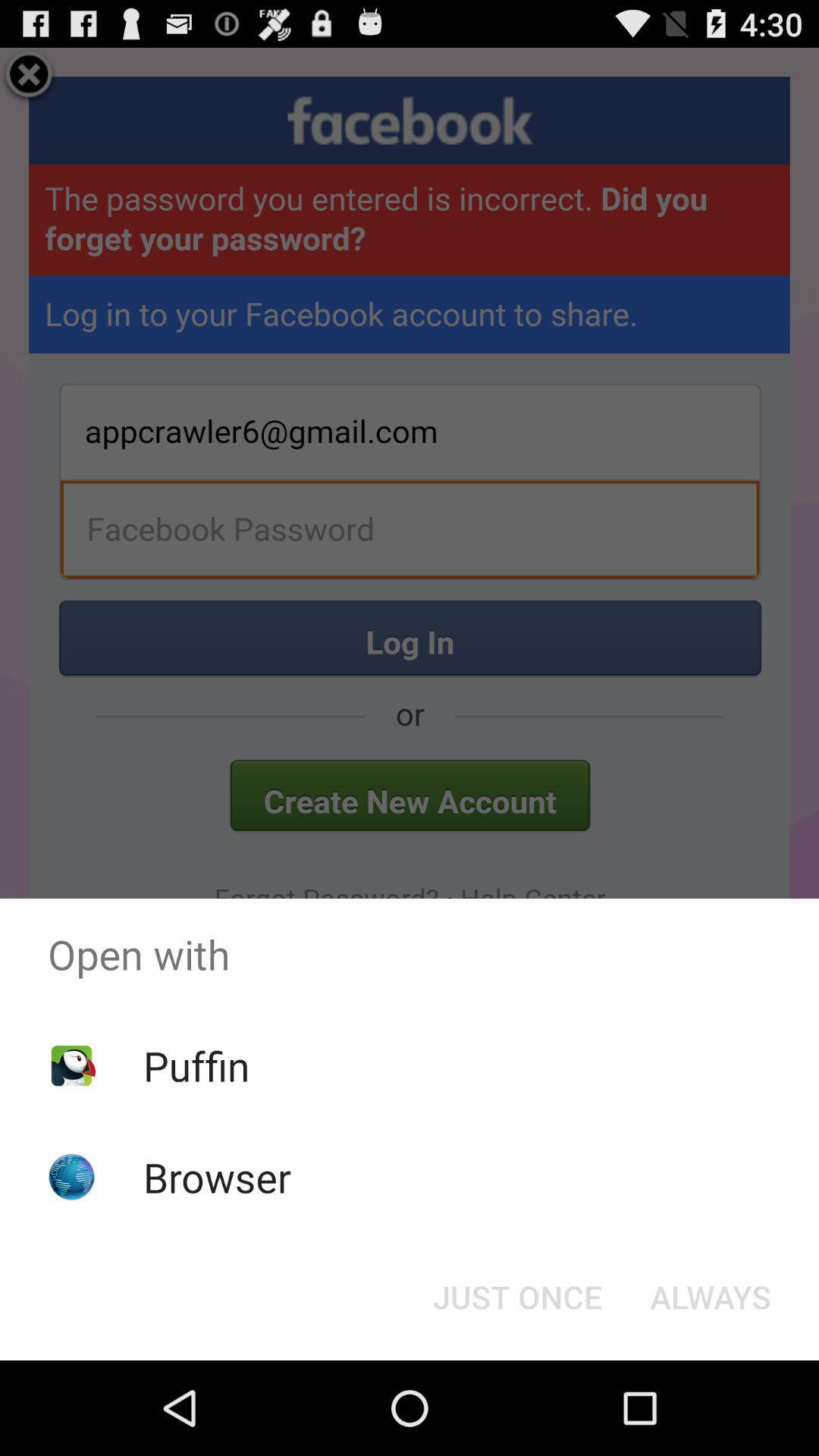 This screenshot has width=819, height=1456. What do you see at coordinates (711, 1295) in the screenshot?
I see `always item` at bounding box center [711, 1295].